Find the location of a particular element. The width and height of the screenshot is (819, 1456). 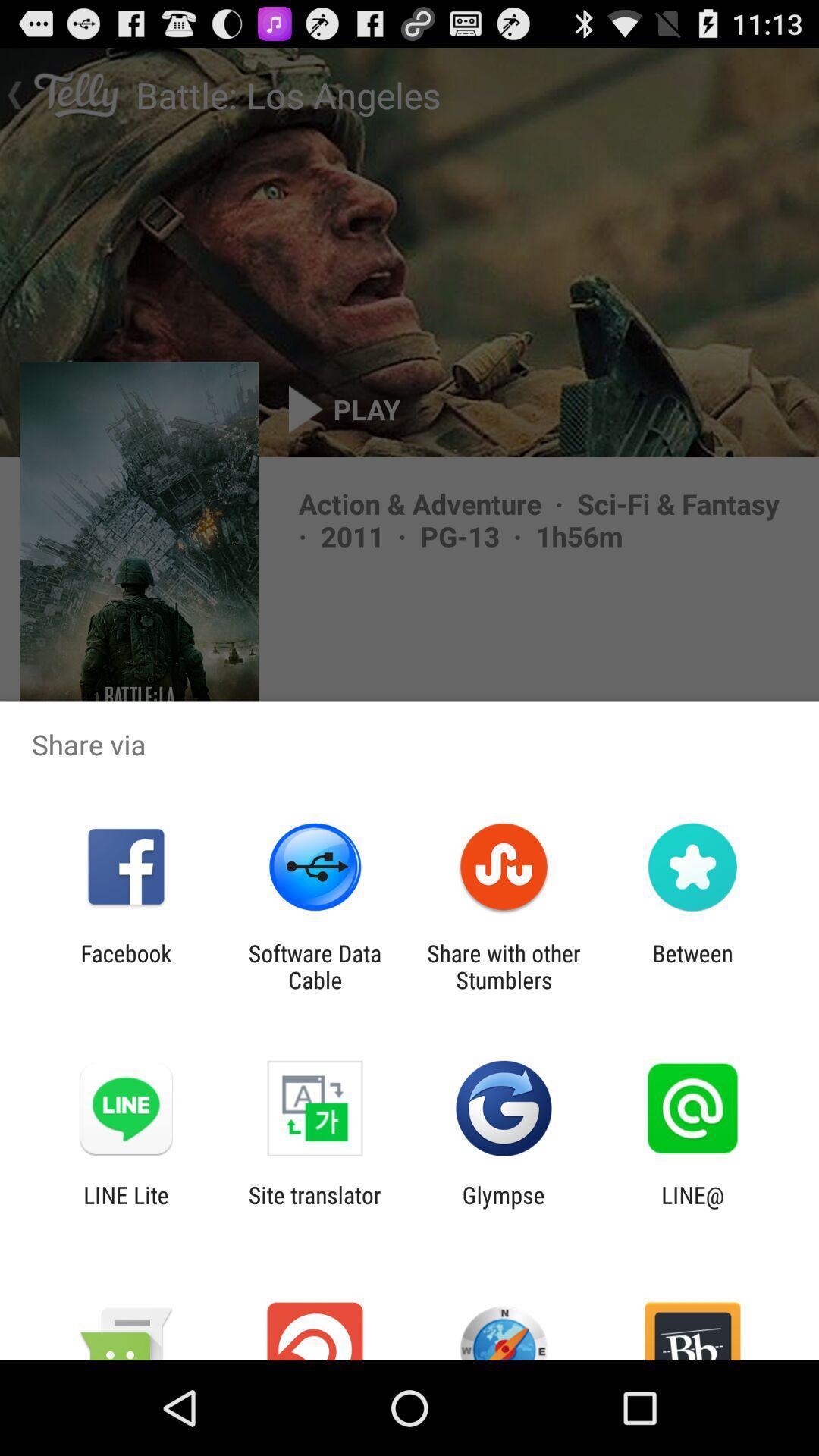

the item to the left of site translator is located at coordinates (125, 1207).